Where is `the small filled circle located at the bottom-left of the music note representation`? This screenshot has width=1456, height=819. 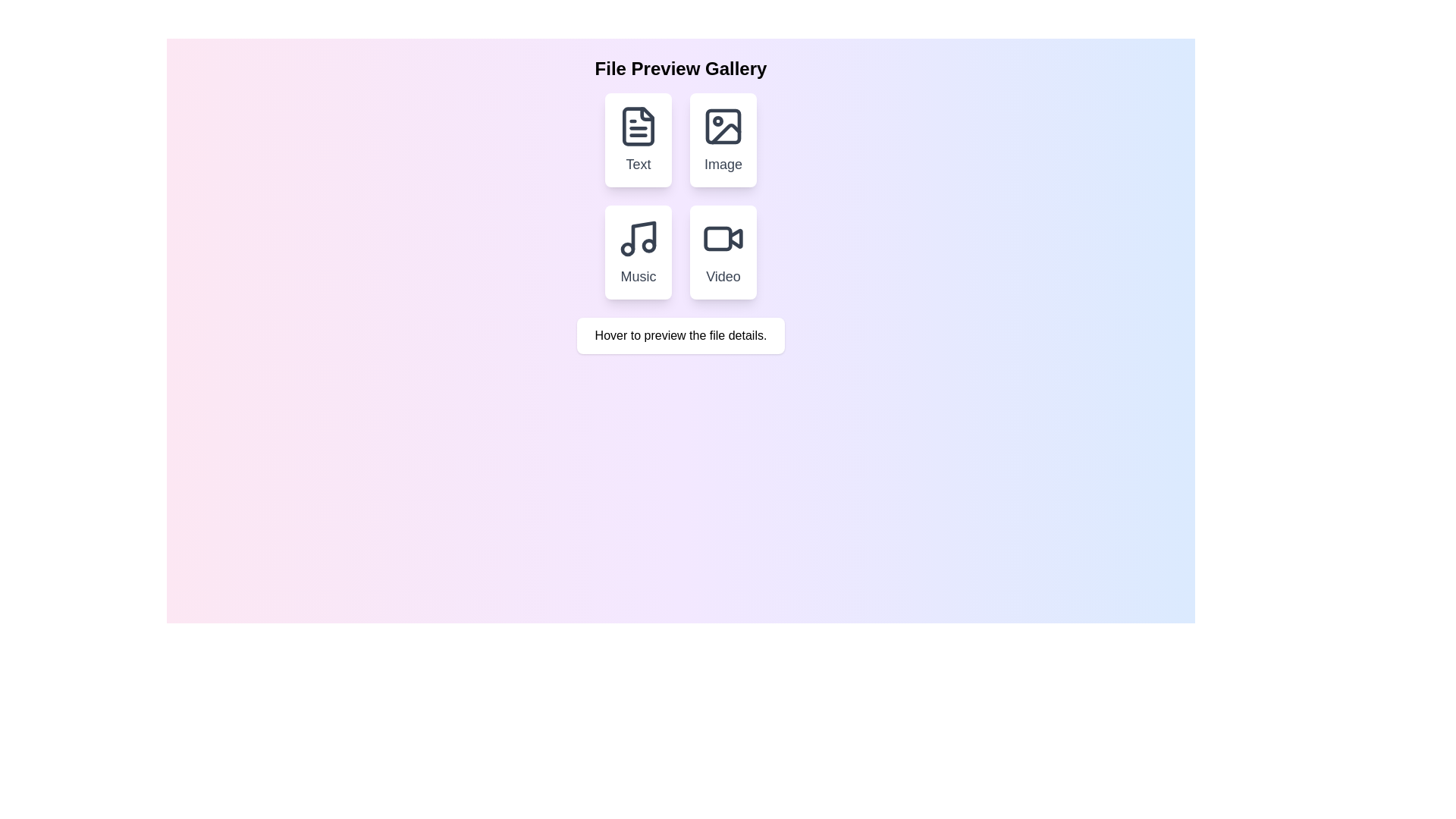 the small filled circle located at the bottom-left of the music note representation is located at coordinates (628, 248).